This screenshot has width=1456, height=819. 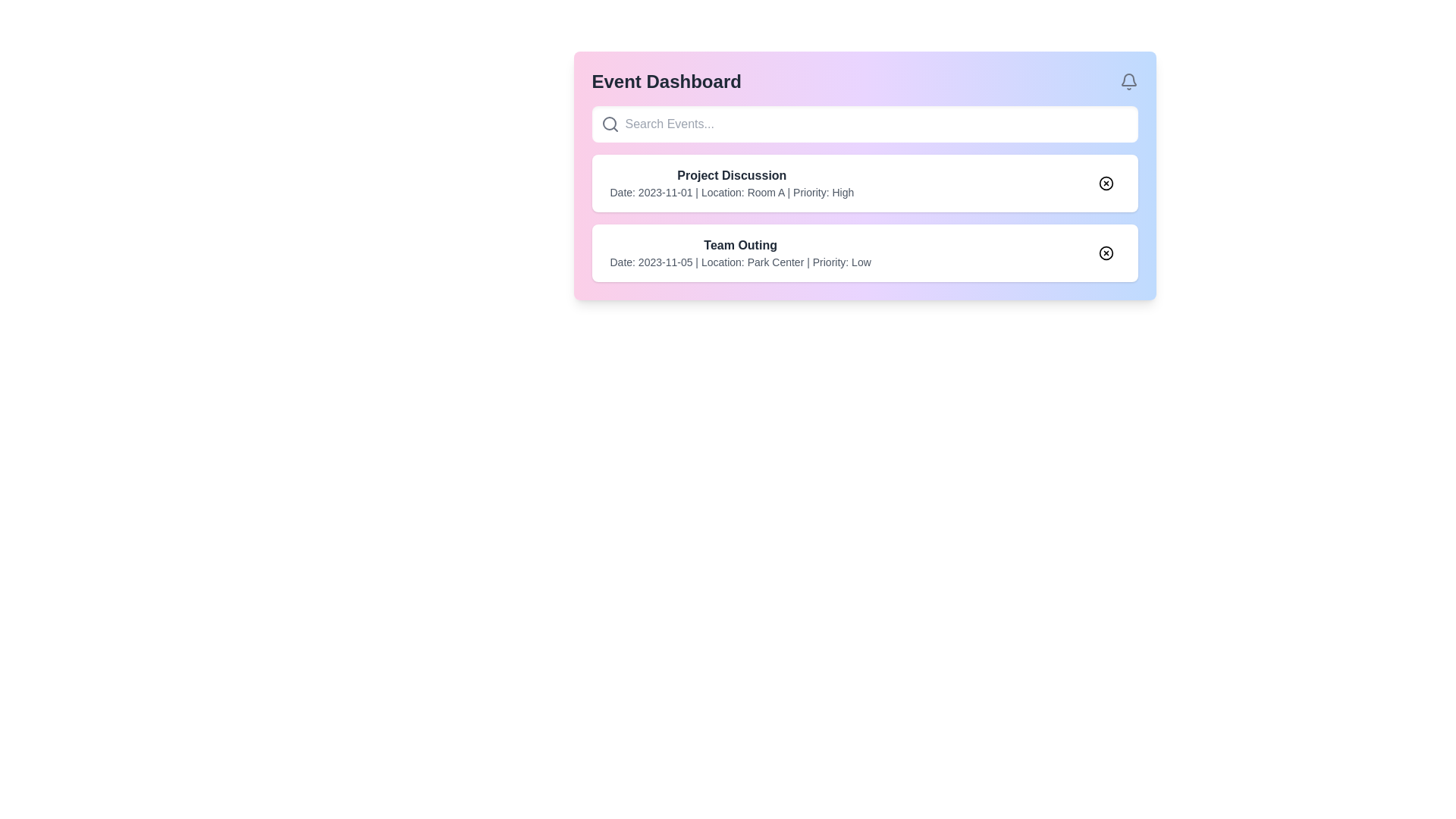 What do you see at coordinates (1106, 253) in the screenshot?
I see `the 'Delete' button located in the bottom-right corner of the 'Team Outing' card to interact` at bounding box center [1106, 253].